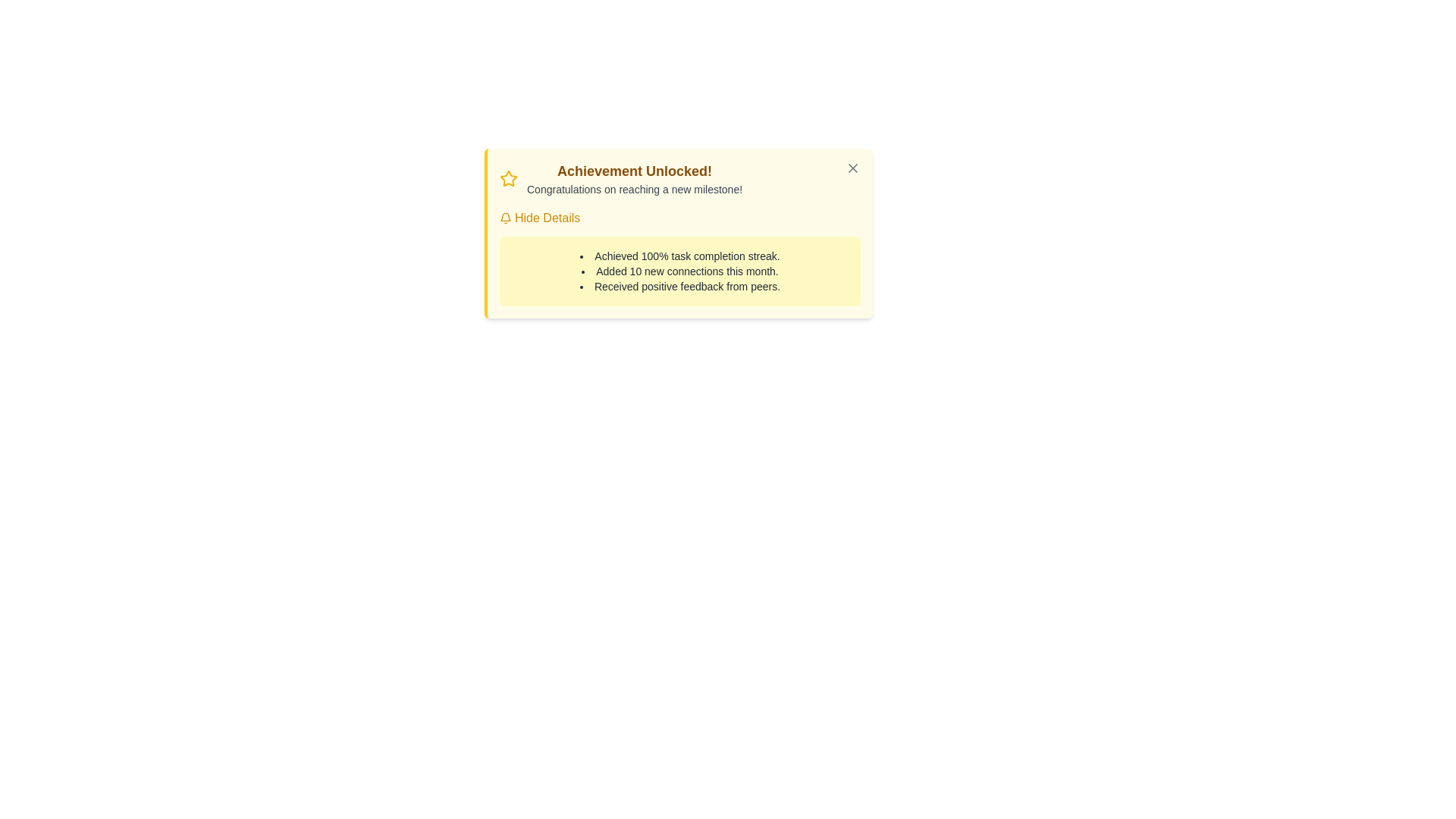 This screenshot has width=1456, height=819. Describe the element at coordinates (679, 256) in the screenshot. I see `text element displaying 'Achieved 100% task completion streak.' which is the first item in the bulleted list under 'Achievement Unlocked!'` at that location.